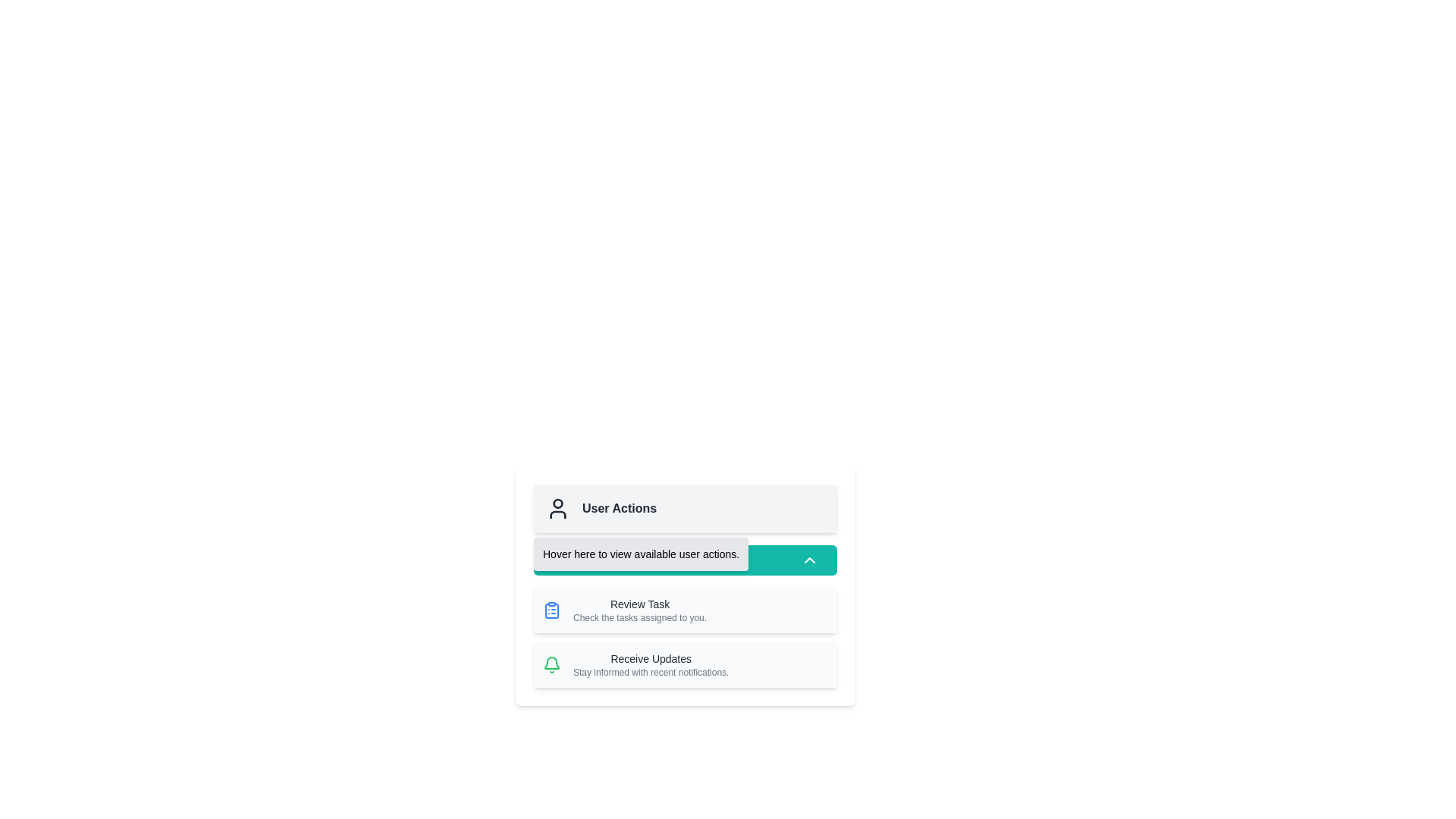 The height and width of the screenshot is (819, 1456). What do you see at coordinates (651, 672) in the screenshot?
I see `the supplementary information text located beneath the 'Receive Updates' heading within its card, aligned to the left side of the text content area` at bounding box center [651, 672].